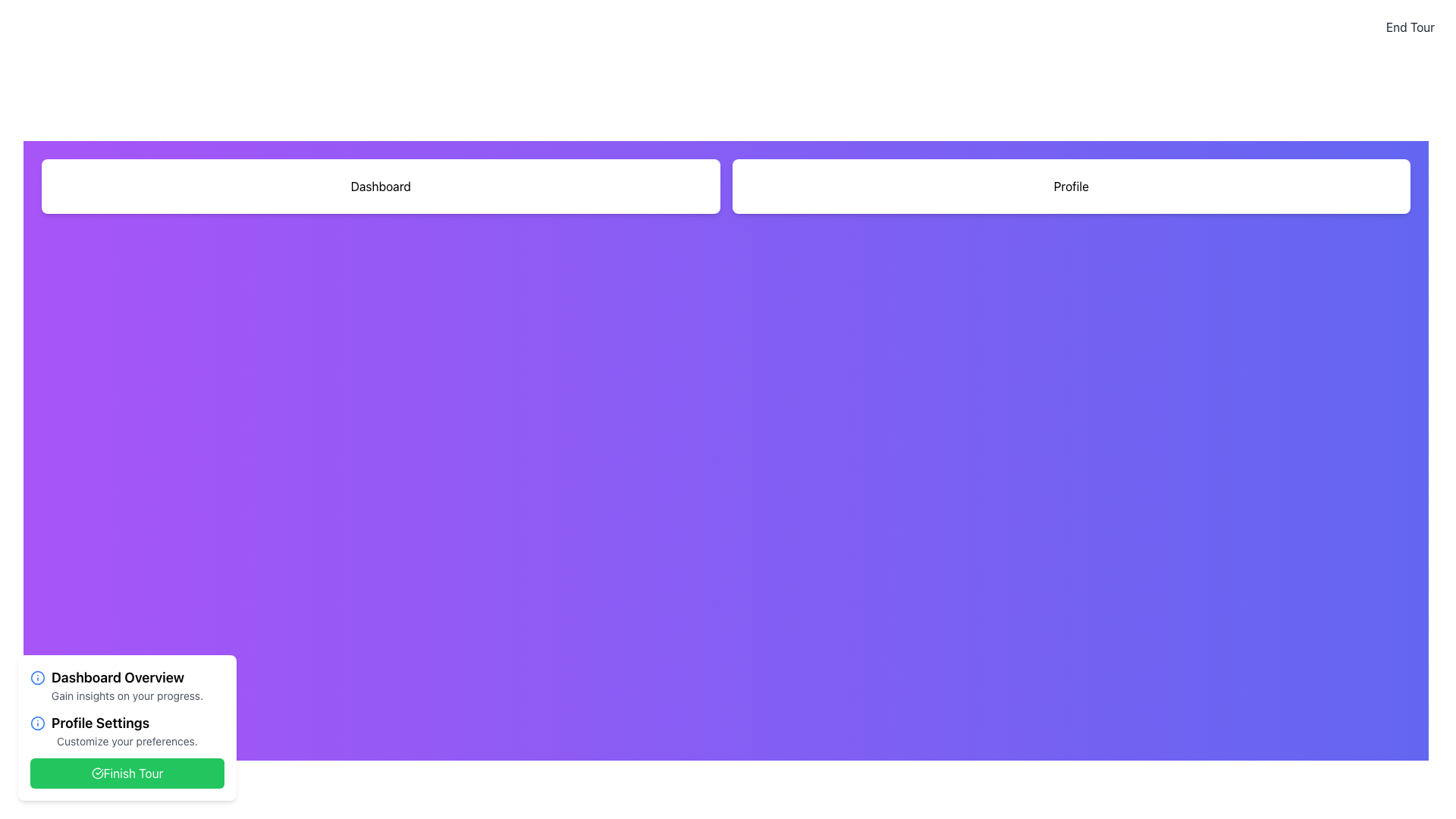  I want to click on the user information and navigation card located at the bottom-left corner of the interface, which contains an overview, settings options, and a button for completing a tour, so click(127, 727).